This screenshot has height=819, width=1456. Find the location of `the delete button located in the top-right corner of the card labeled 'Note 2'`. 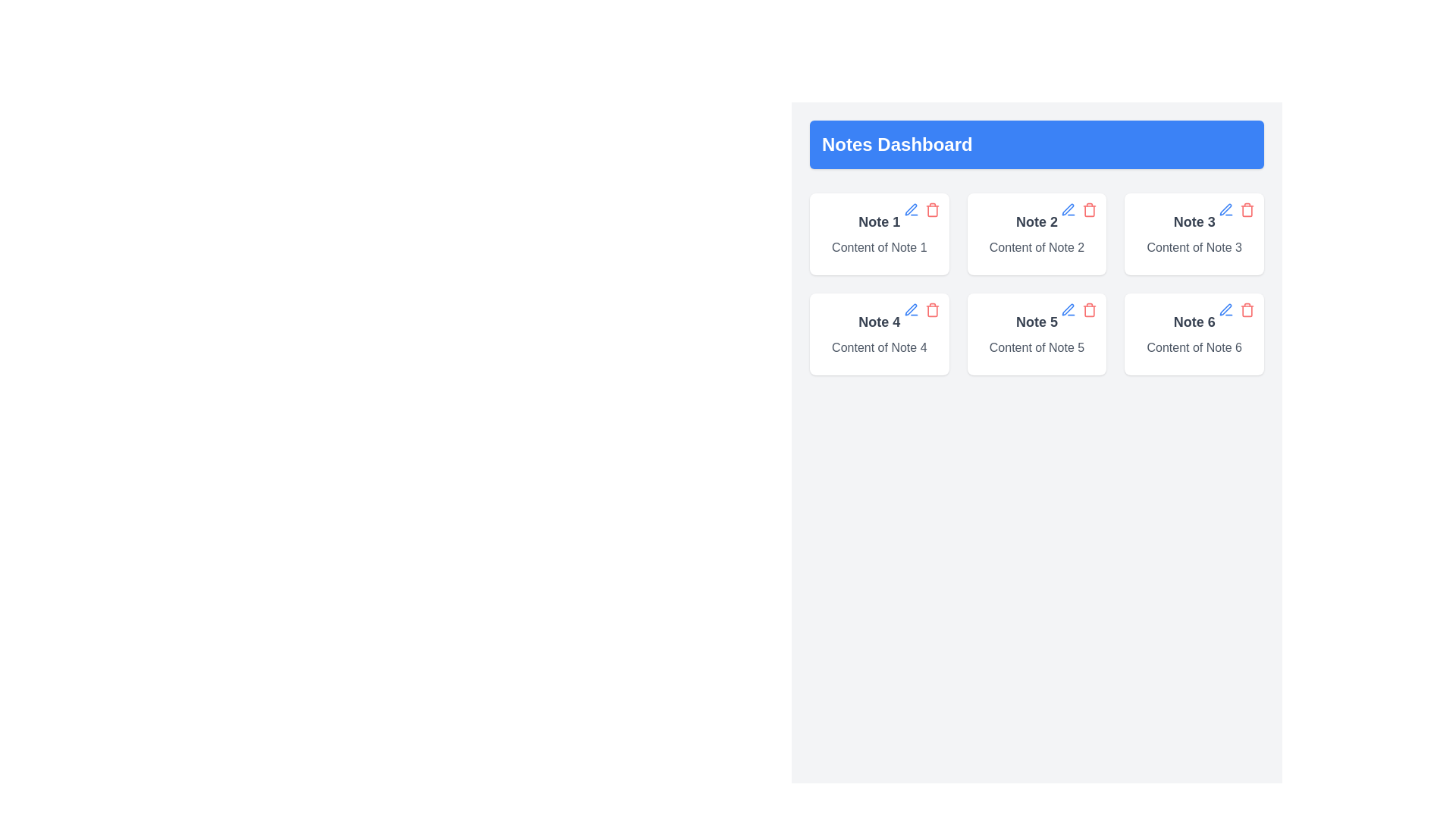

the delete button located in the top-right corner of the card labeled 'Note 2' is located at coordinates (1089, 210).